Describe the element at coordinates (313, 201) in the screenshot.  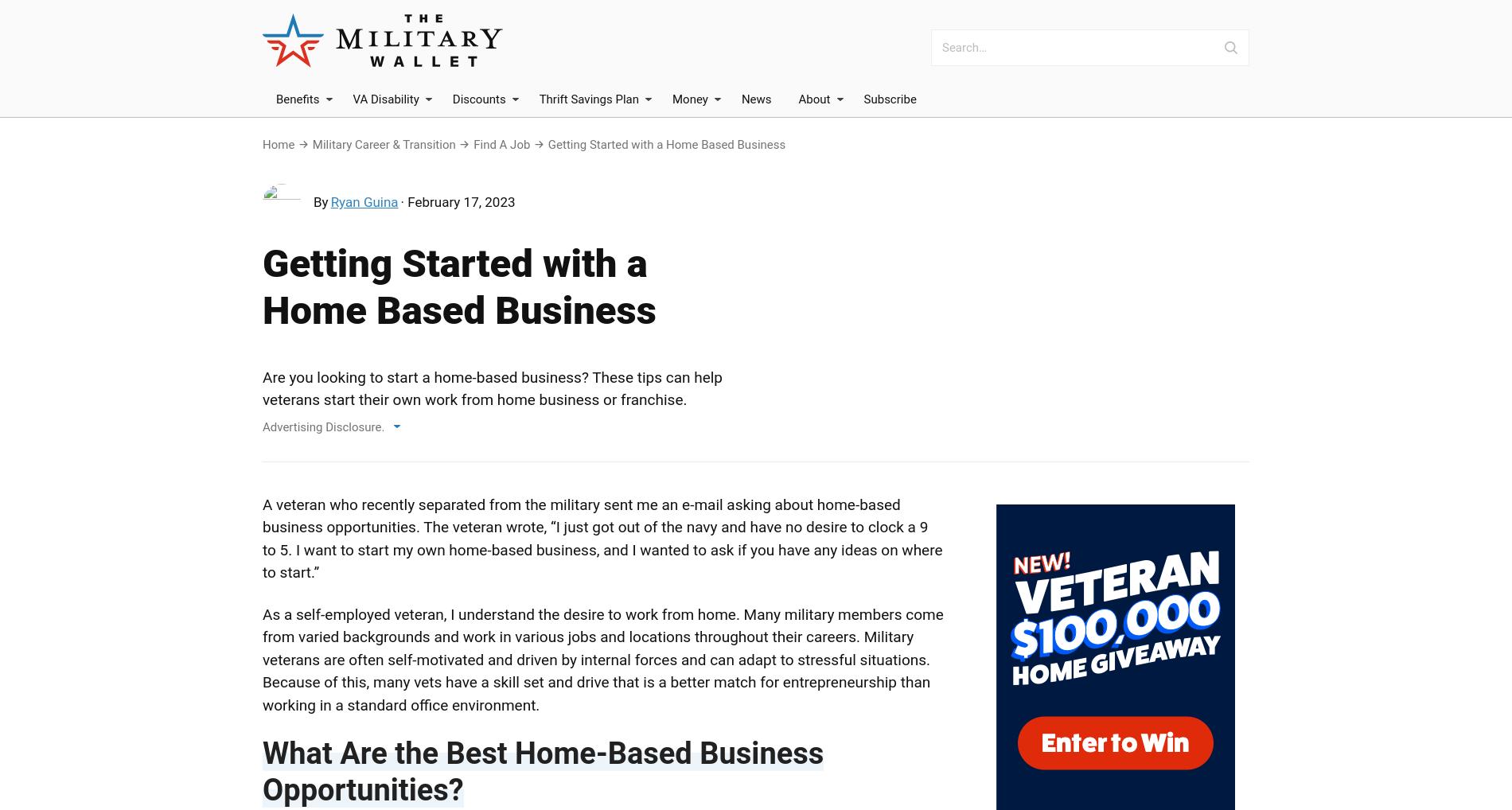
I see `'By'` at that location.